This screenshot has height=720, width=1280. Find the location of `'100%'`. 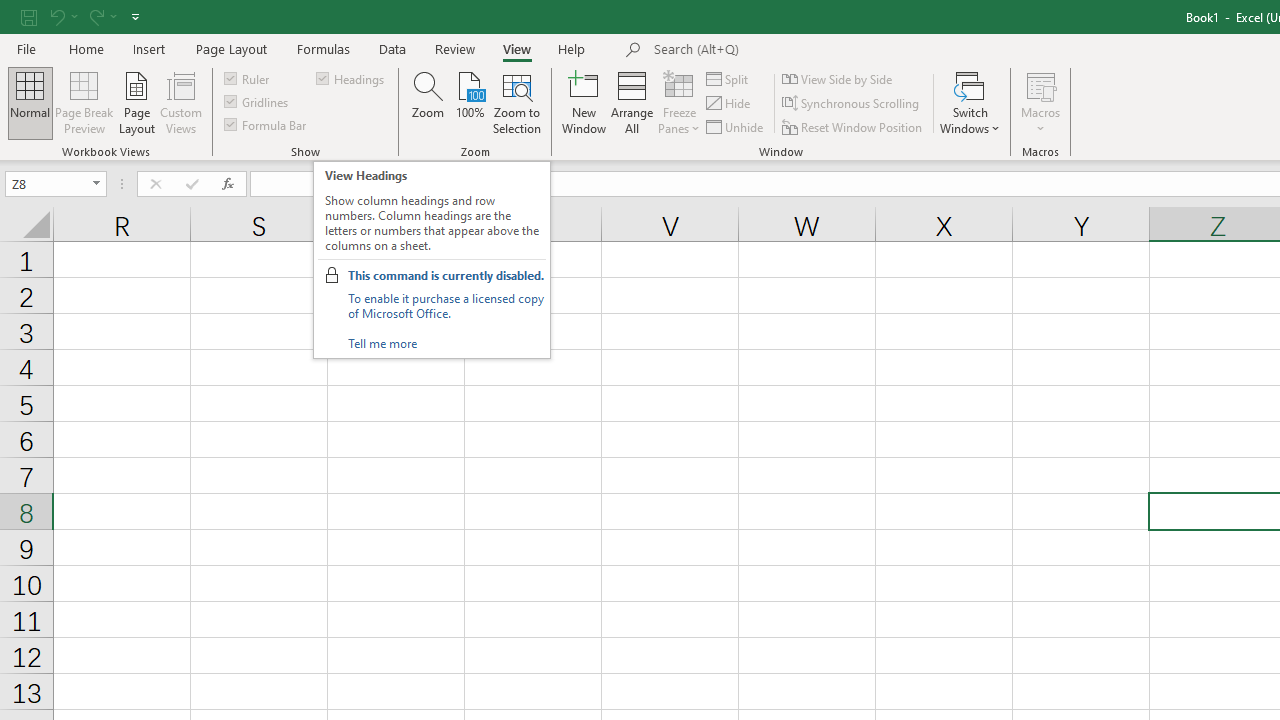

'100%' is located at coordinates (469, 103).